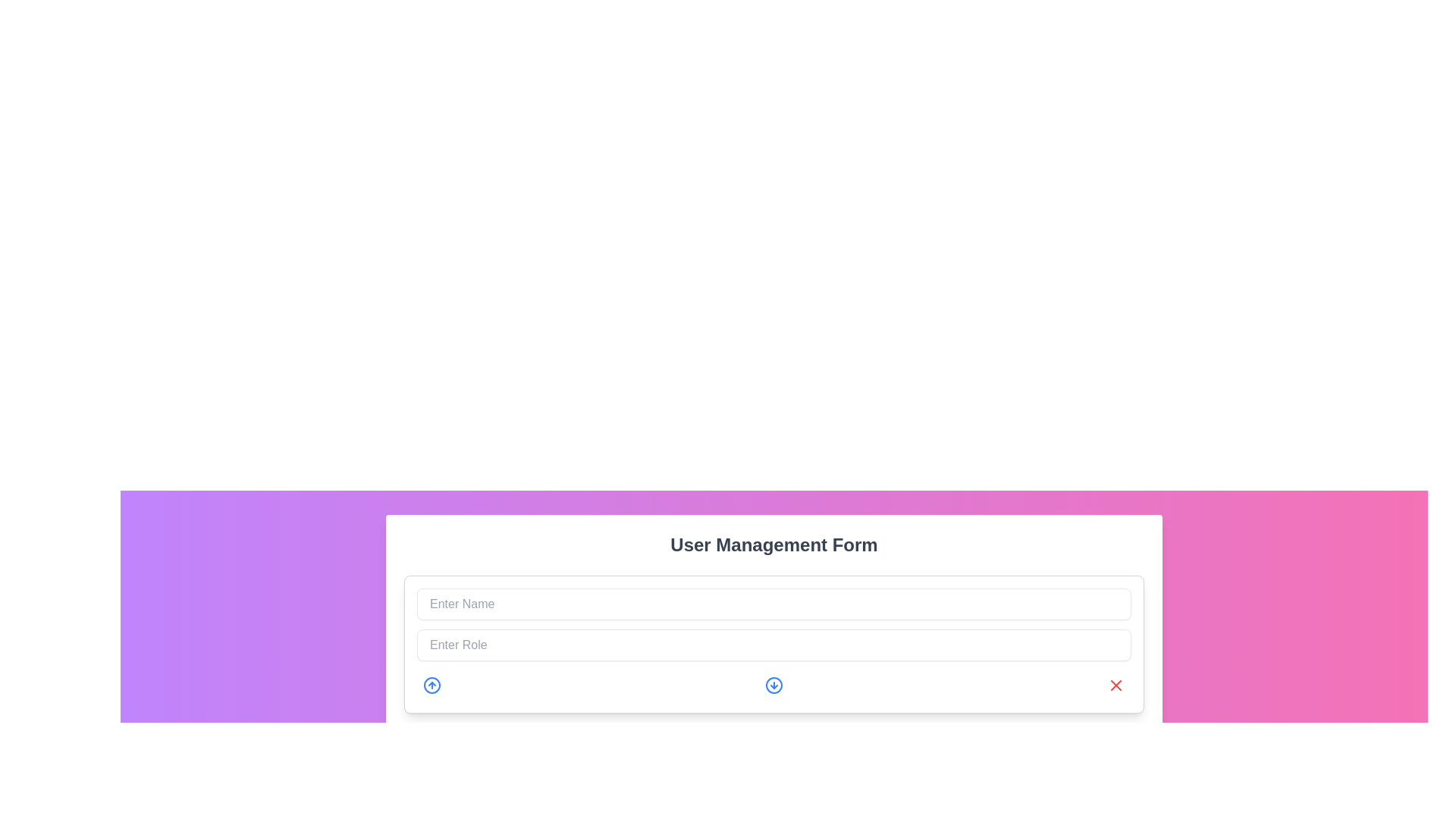  I want to click on the center of the icon button located at the bottom center of the 'User Management Form', so click(774, 685).